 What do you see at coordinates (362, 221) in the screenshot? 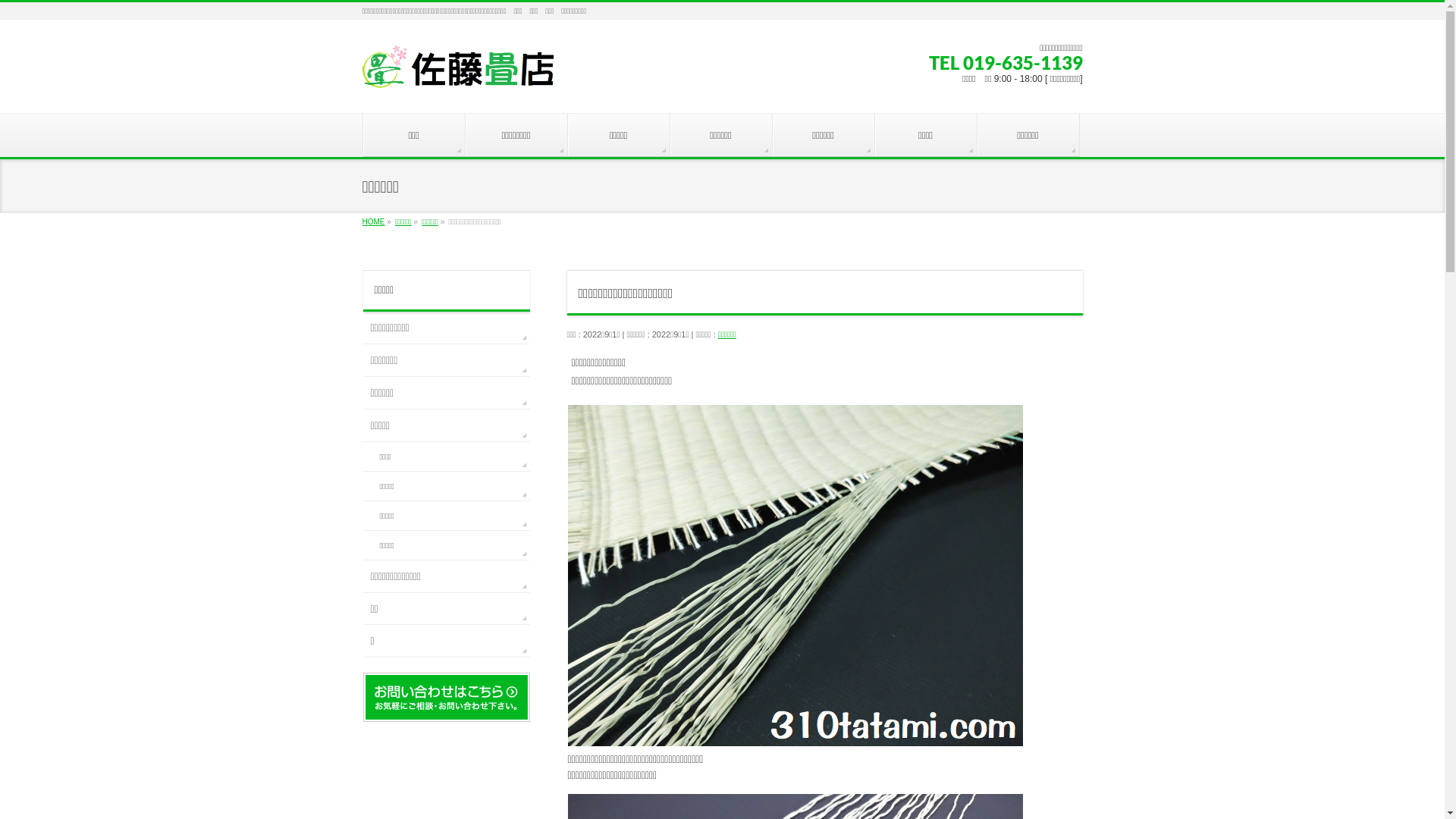
I see `'HOME'` at bounding box center [362, 221].